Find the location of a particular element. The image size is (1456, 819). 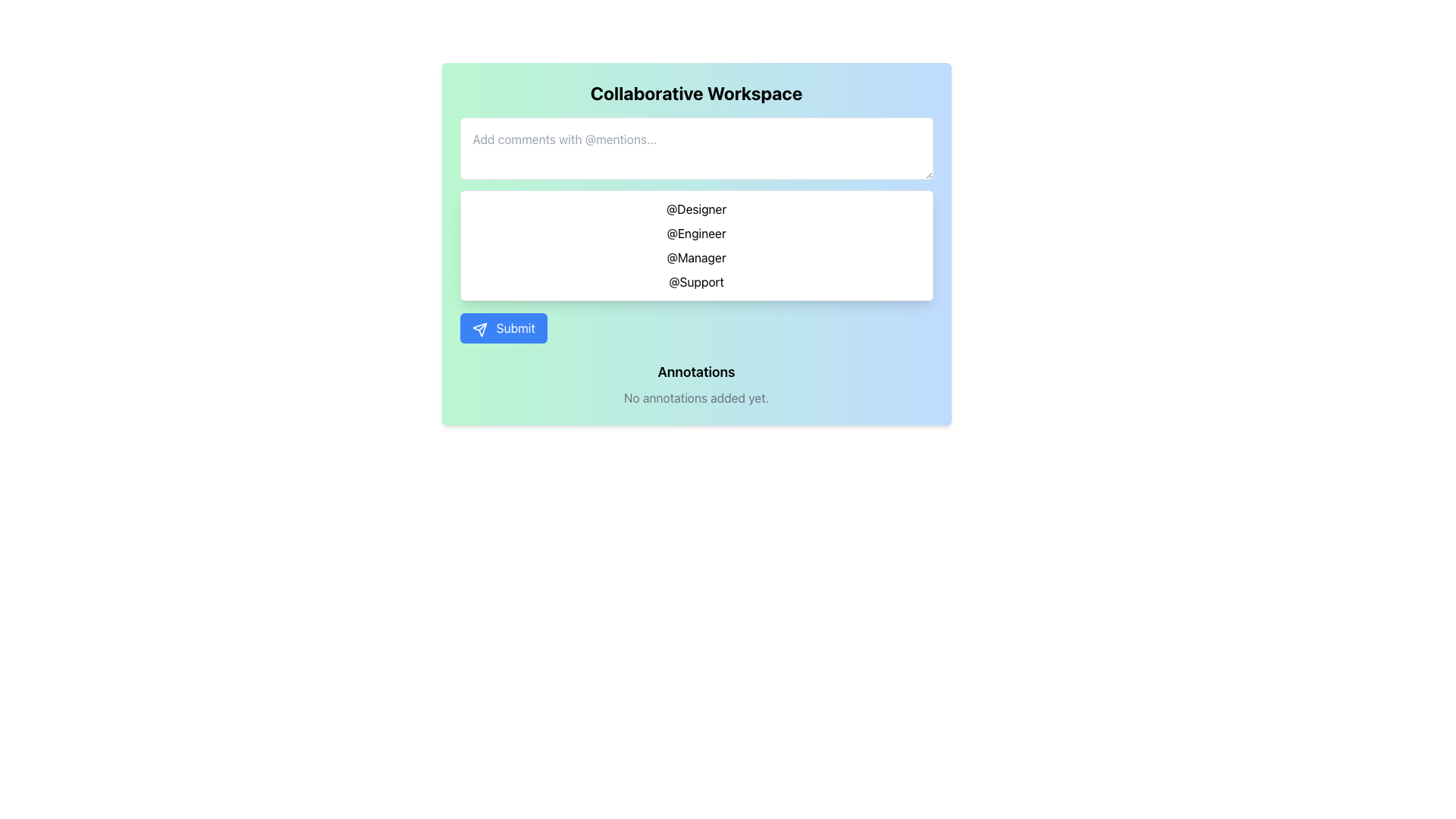

the text label displaying 'No annotations added yet.' which is located directly under the section titled 'Annotations' and centered within the blue content area is located at coordinates (695, 397).